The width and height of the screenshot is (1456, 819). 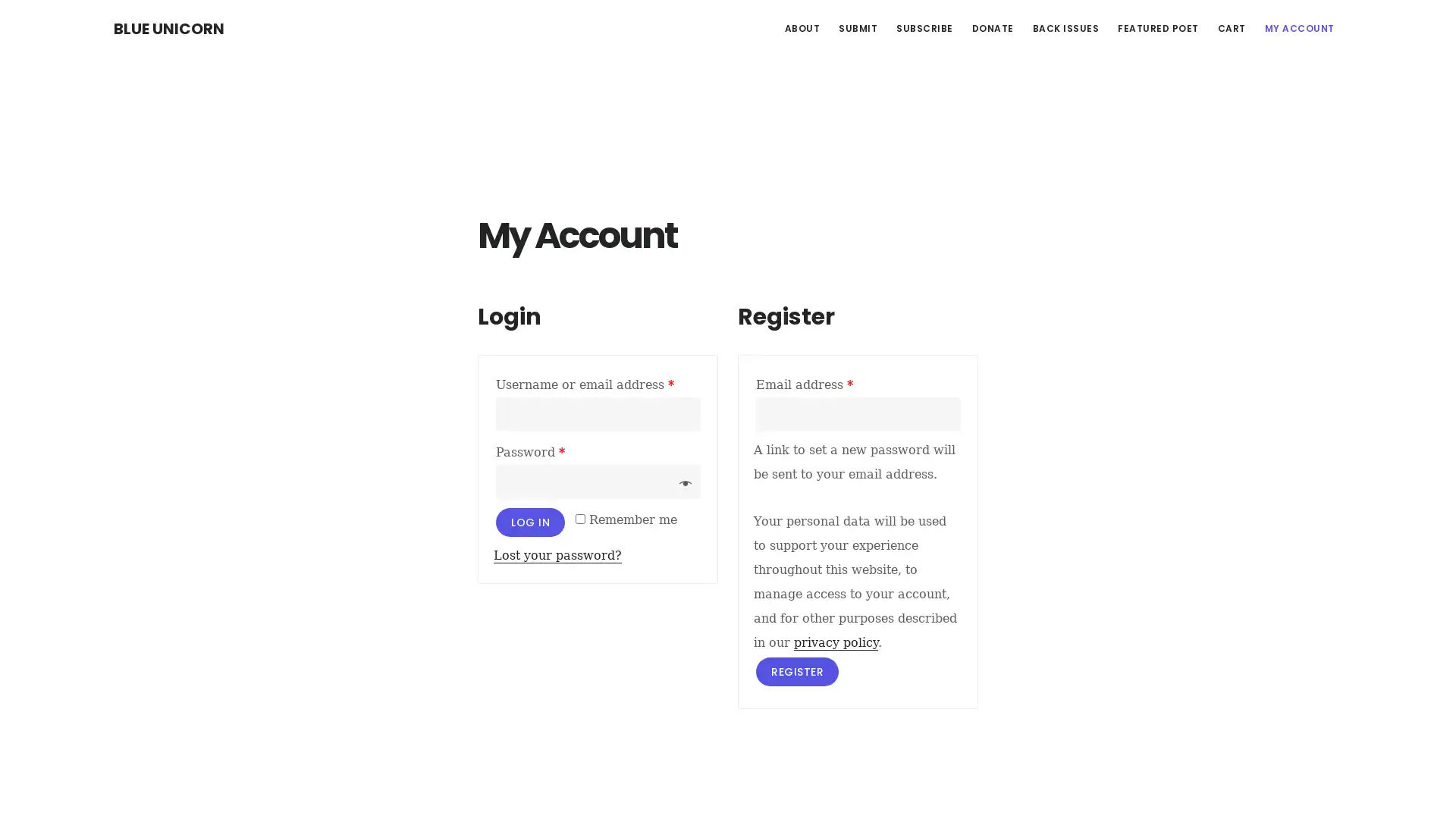 What do you see at coordinates (530, 520) in the screenshot?
I see `LOG IN` at bounding box center [530, 520].